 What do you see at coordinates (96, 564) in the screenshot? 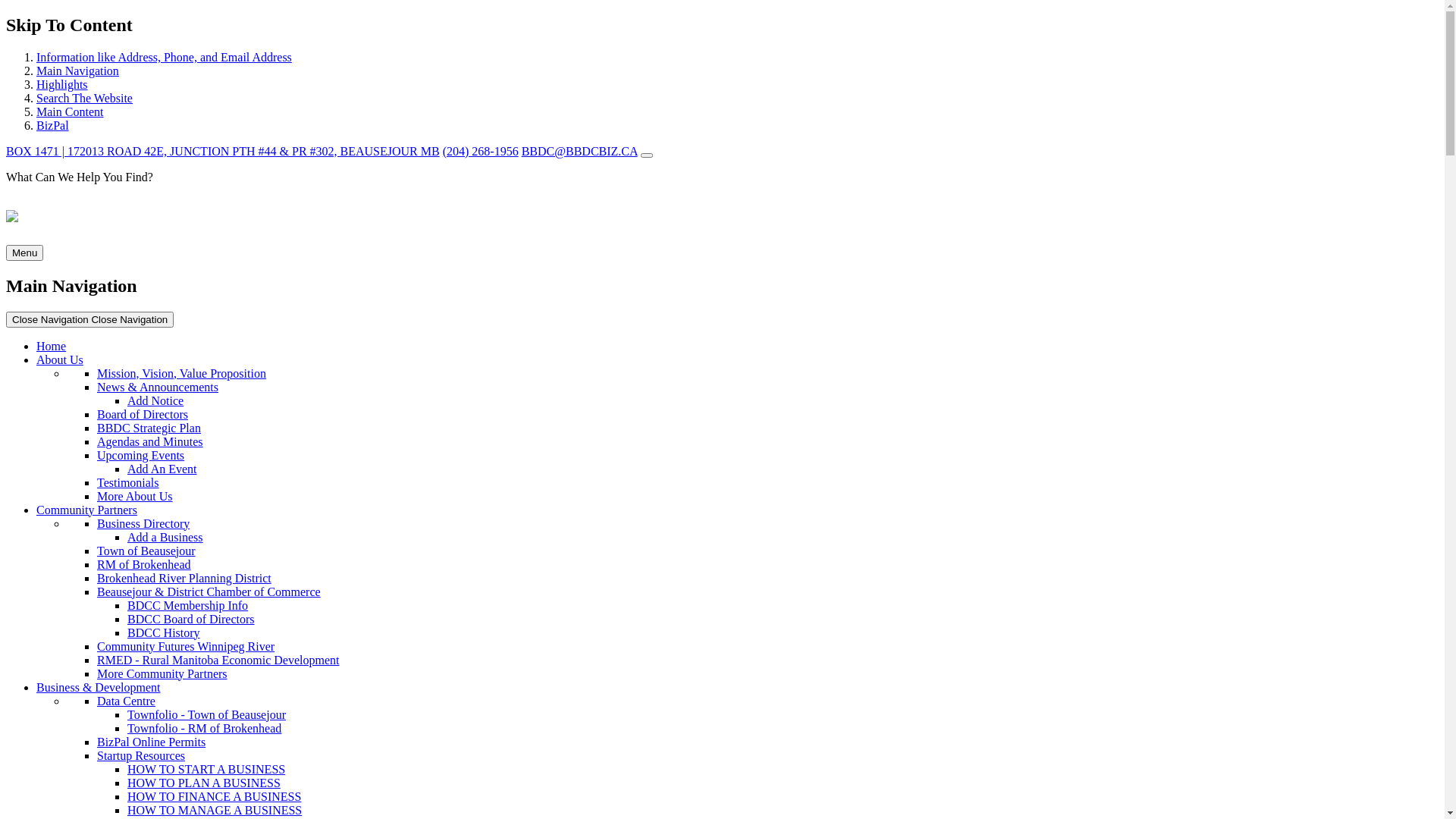
I see `'RM of Brokenhead'` at bounding box center [96, 564].